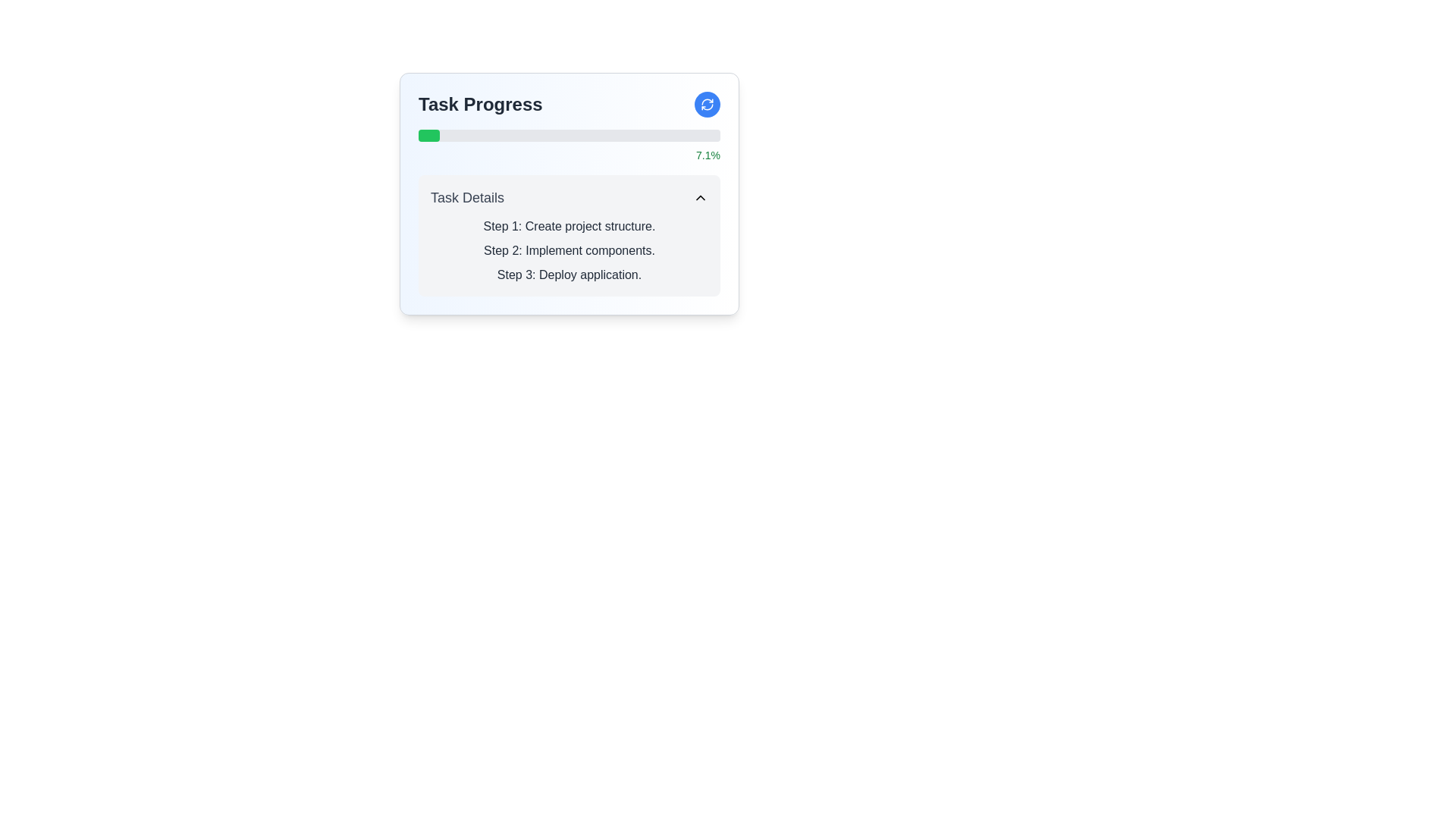 This screenshot has width=1456, height=819. What do you see at coordinates (568, 250) in the screenshot?
I see `text indicating the second step in the 'Task Details' section, positioned between 'Step 1: Create project structure.' and 'Step 3: Deploy application.'` at bounding box center [568, 250].